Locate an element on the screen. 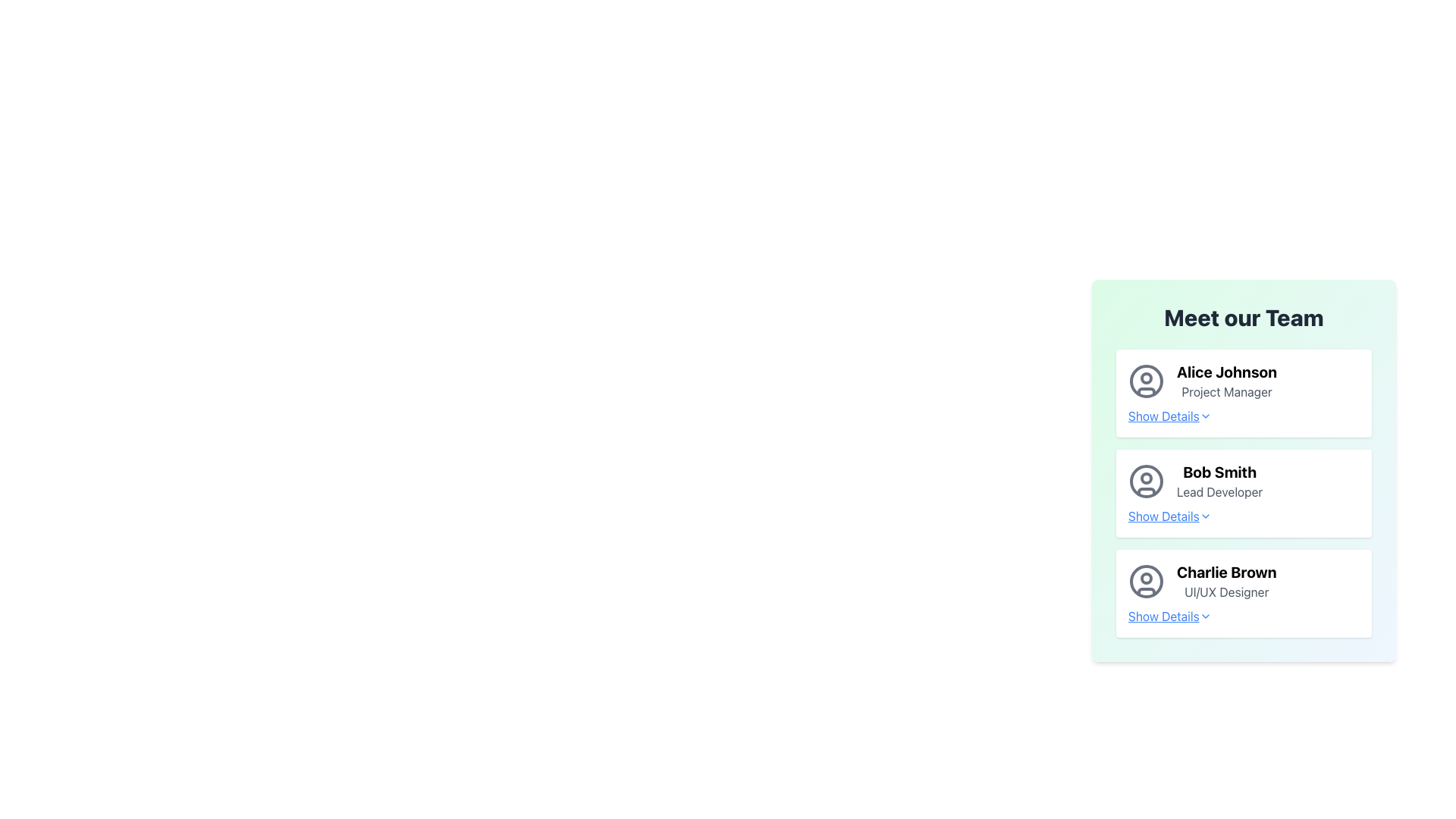  the profile icon representing 'Alice Johnson' located at the top-left section of her card under 'Meet our Team.' is located at coordinates (1147, 380).